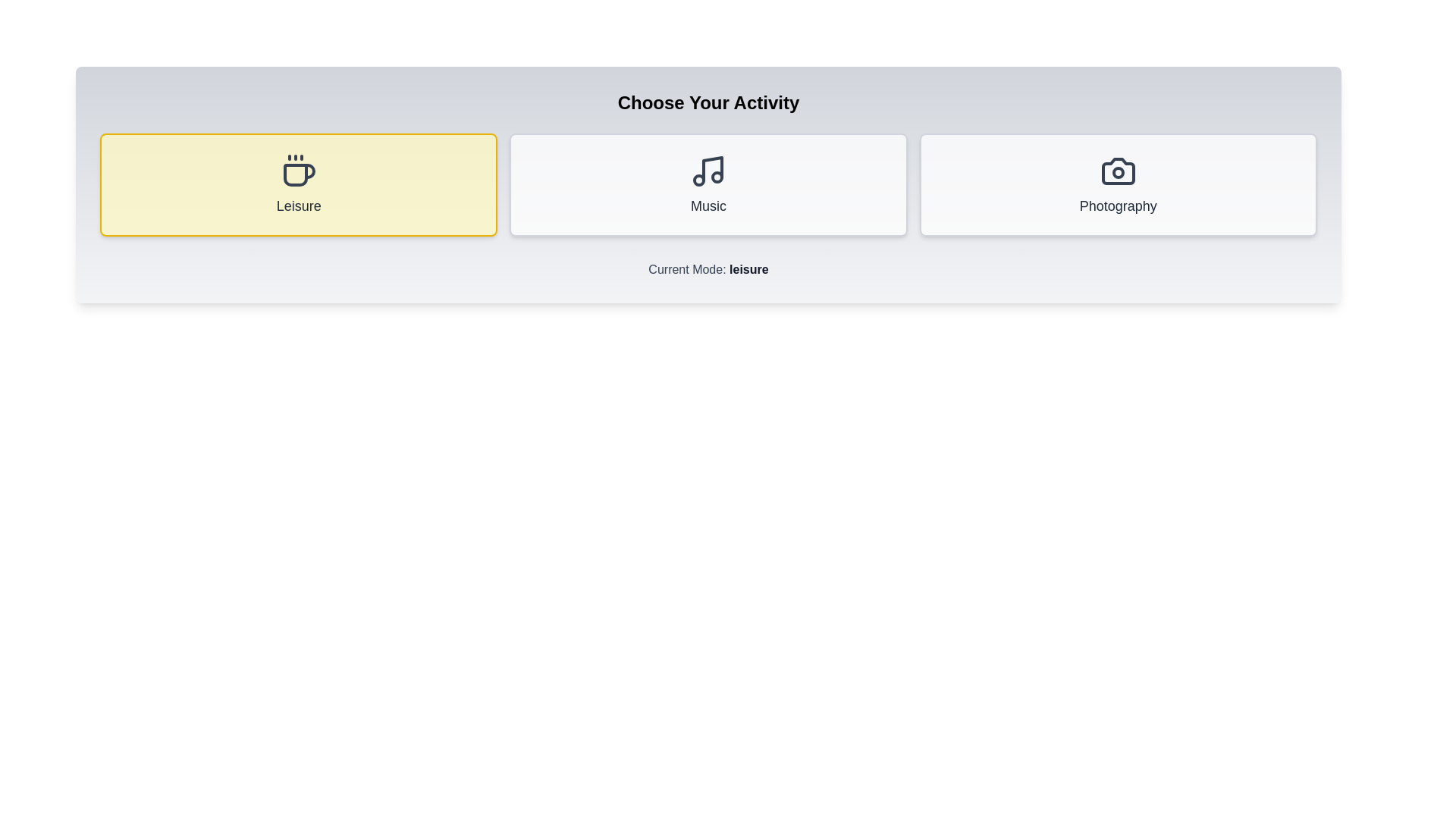 The height and width of the screenshot is (819, 1456). Describe the element at coordinates (708, 184) in the screenshot. I see `the 'Music' button to select the music mode` at that location.